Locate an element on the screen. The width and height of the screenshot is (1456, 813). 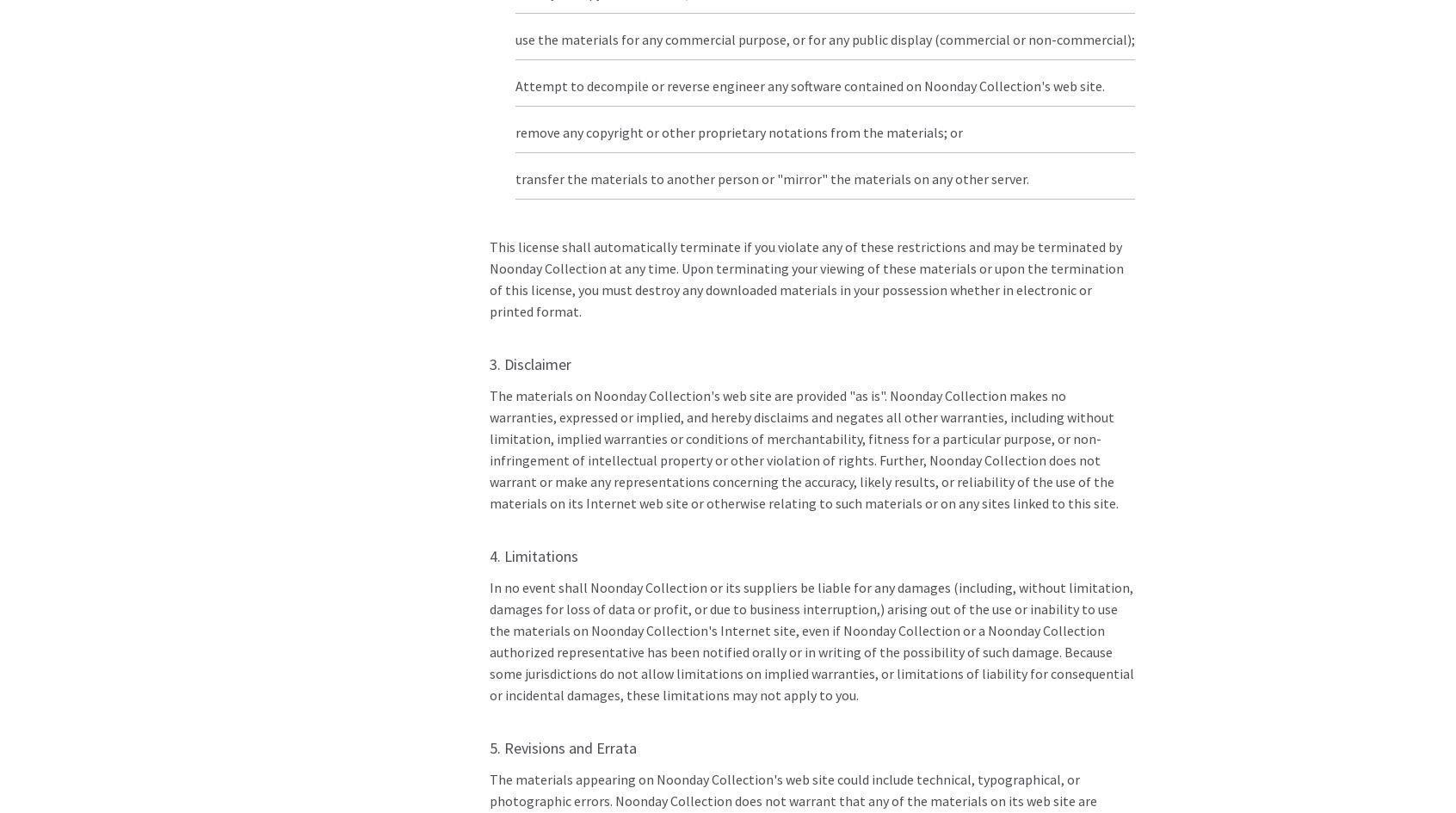
'4. Limitations' is located at coordinates (532, 555).